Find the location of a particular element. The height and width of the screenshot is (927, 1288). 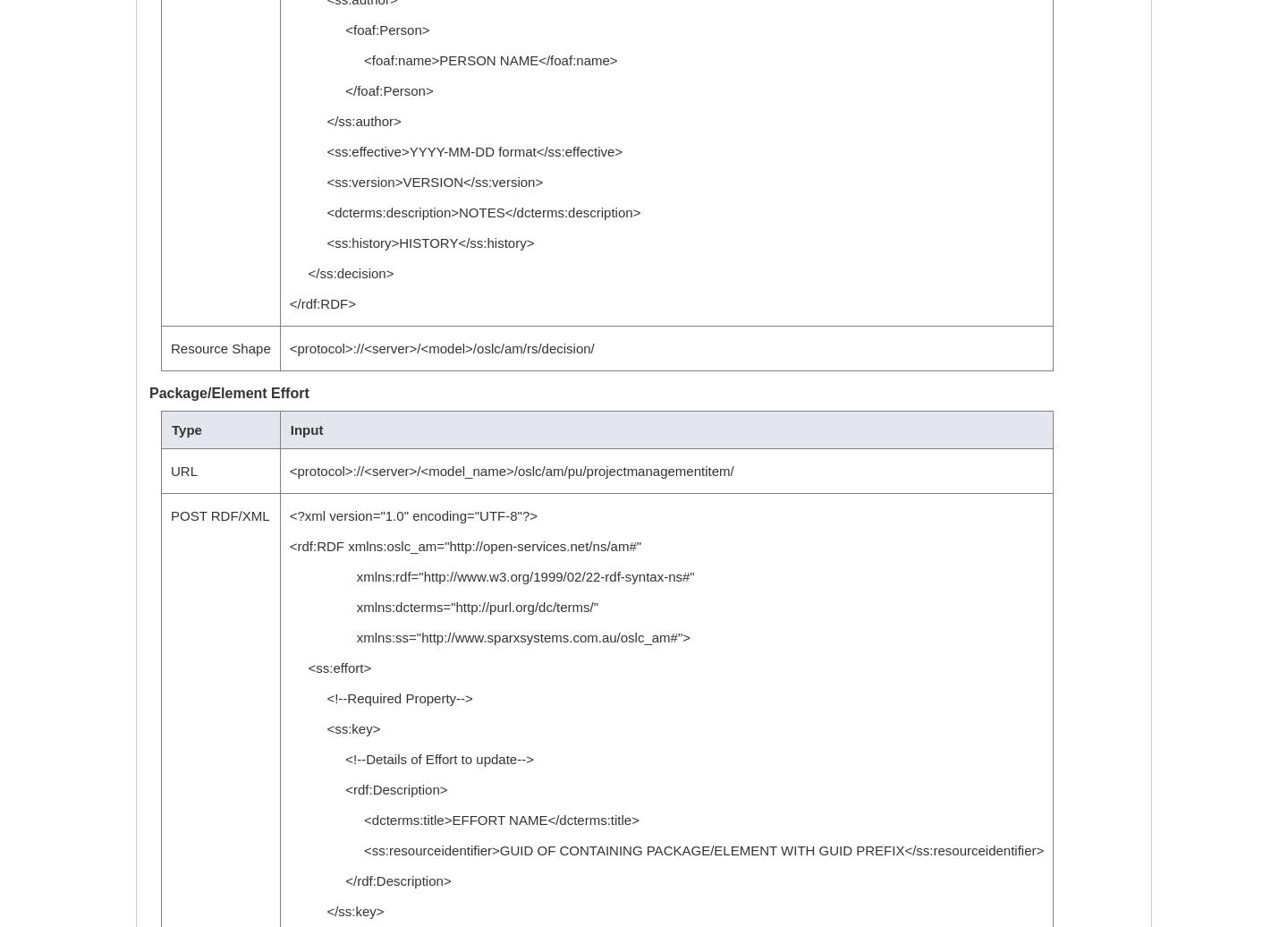

'<ss:resourceidentifier>GUID OF CONTAINING PACKAGE/ELEMENT WITH GUID PREFIX</ss:resourceidentifier>' is located at coordinates (665, 850).